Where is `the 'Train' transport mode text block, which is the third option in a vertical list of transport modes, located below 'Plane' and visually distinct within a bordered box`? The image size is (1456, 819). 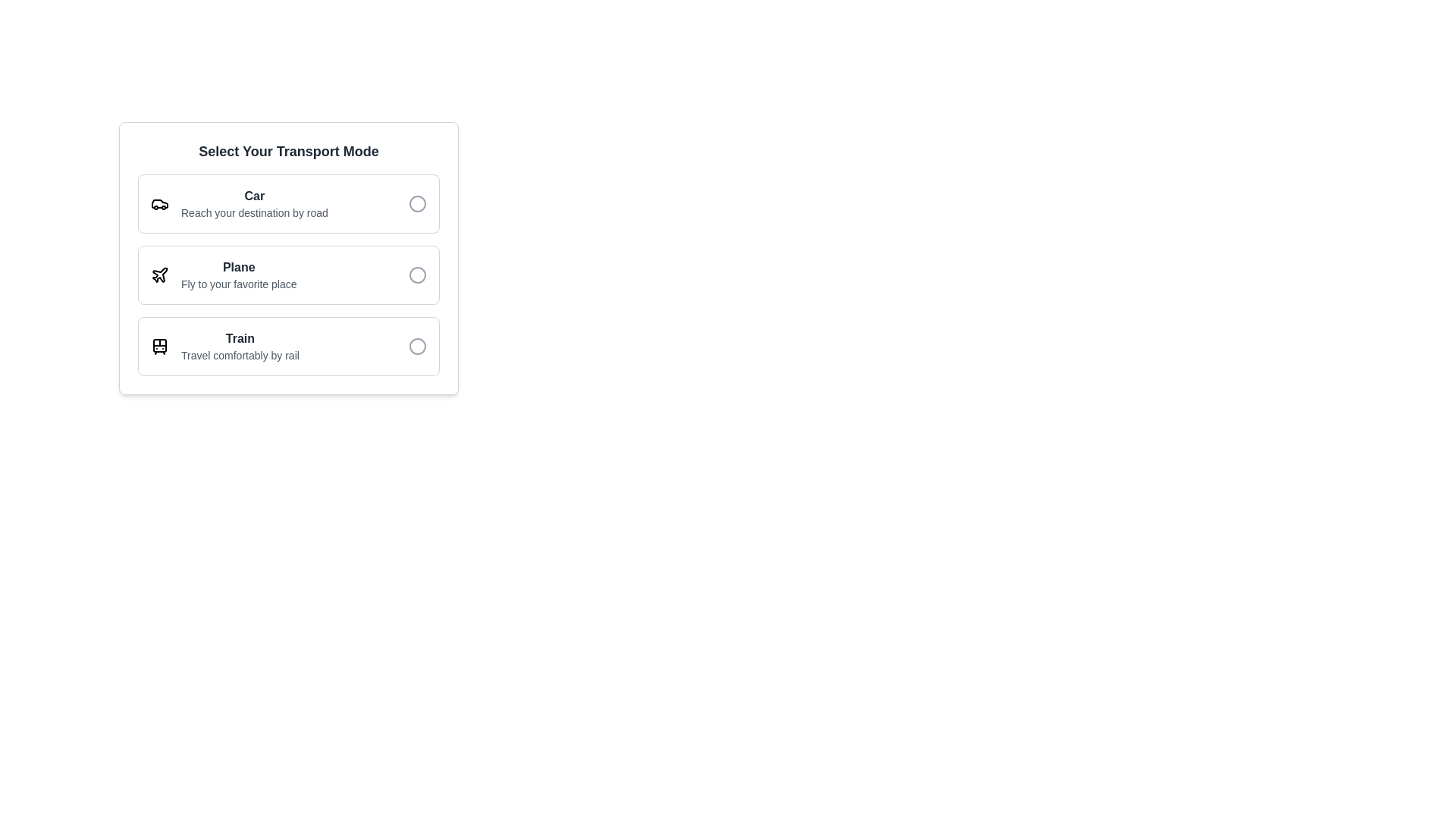
the 'Train' transport mode text block, which is the third option in a vertical list of transport modes, located below 'Plane' and visually distinct within a bordered box is located at coordinates (239, 346).